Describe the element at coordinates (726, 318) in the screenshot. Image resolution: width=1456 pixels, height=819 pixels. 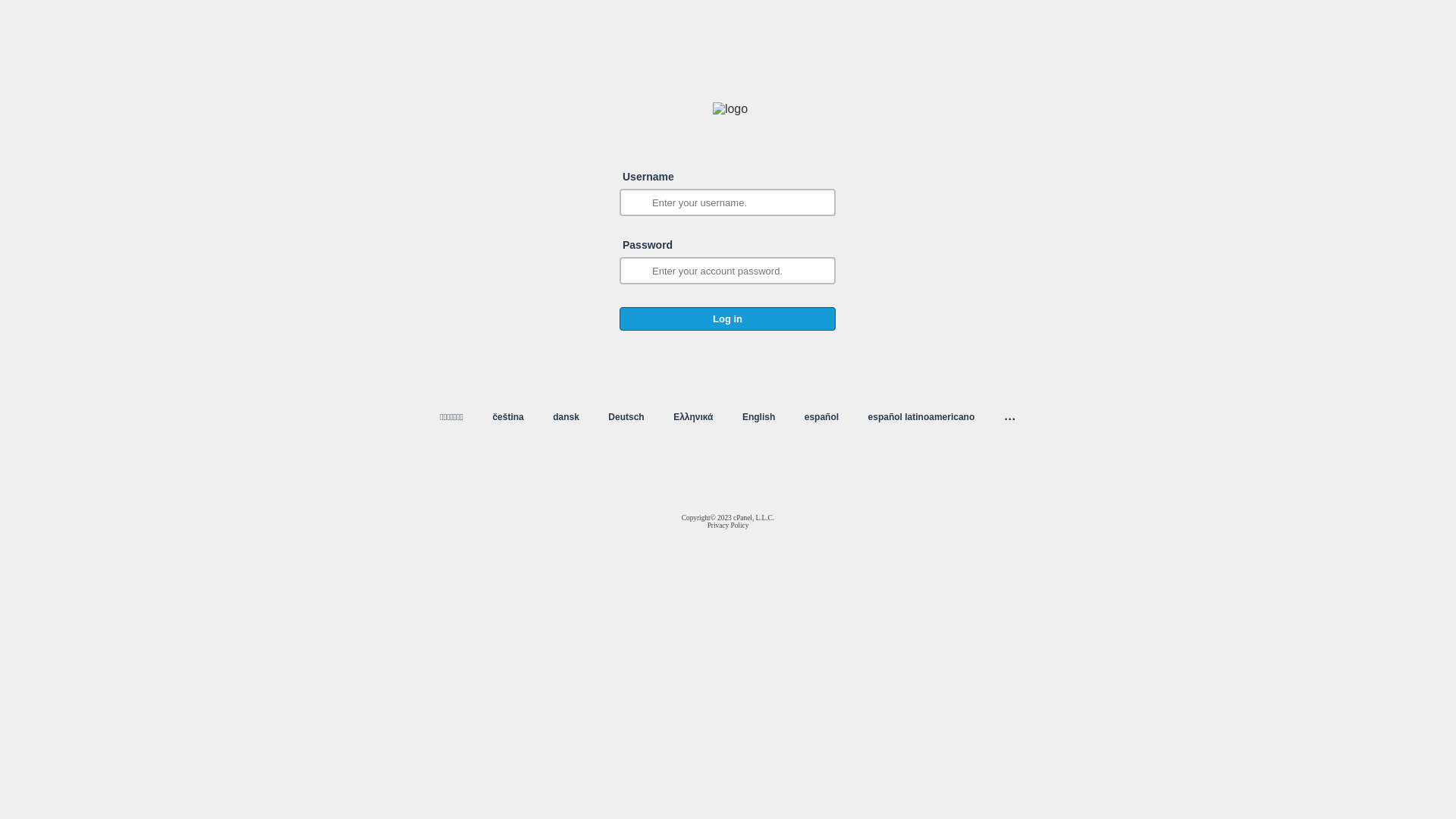
I see `'Log in'` at that location.